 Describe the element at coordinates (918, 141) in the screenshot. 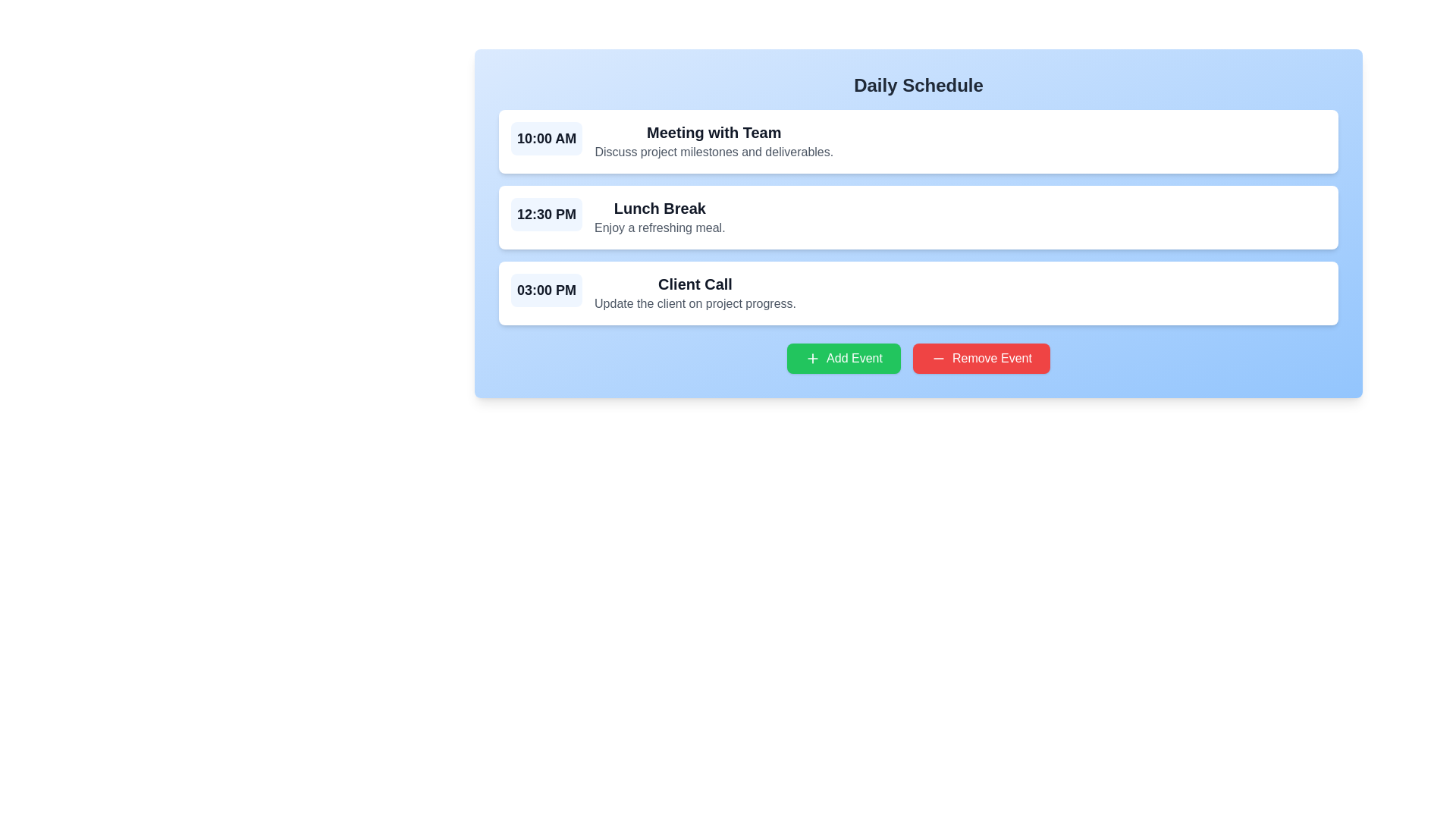

I see `and drop the scheduled event card located at the top of the vertical list beneath 'Daily Schedule'` at that location.